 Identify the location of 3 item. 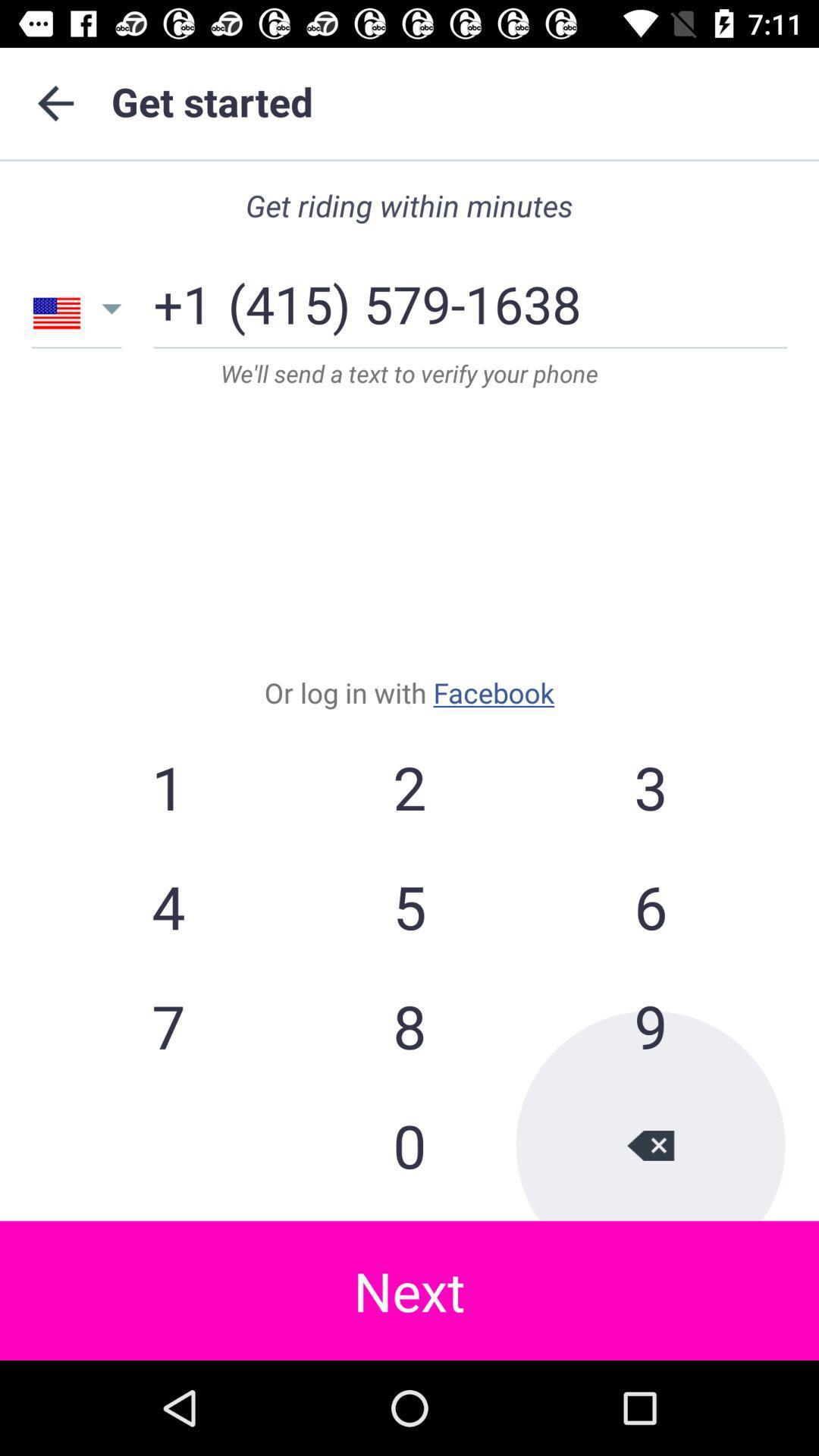
(649, 786).